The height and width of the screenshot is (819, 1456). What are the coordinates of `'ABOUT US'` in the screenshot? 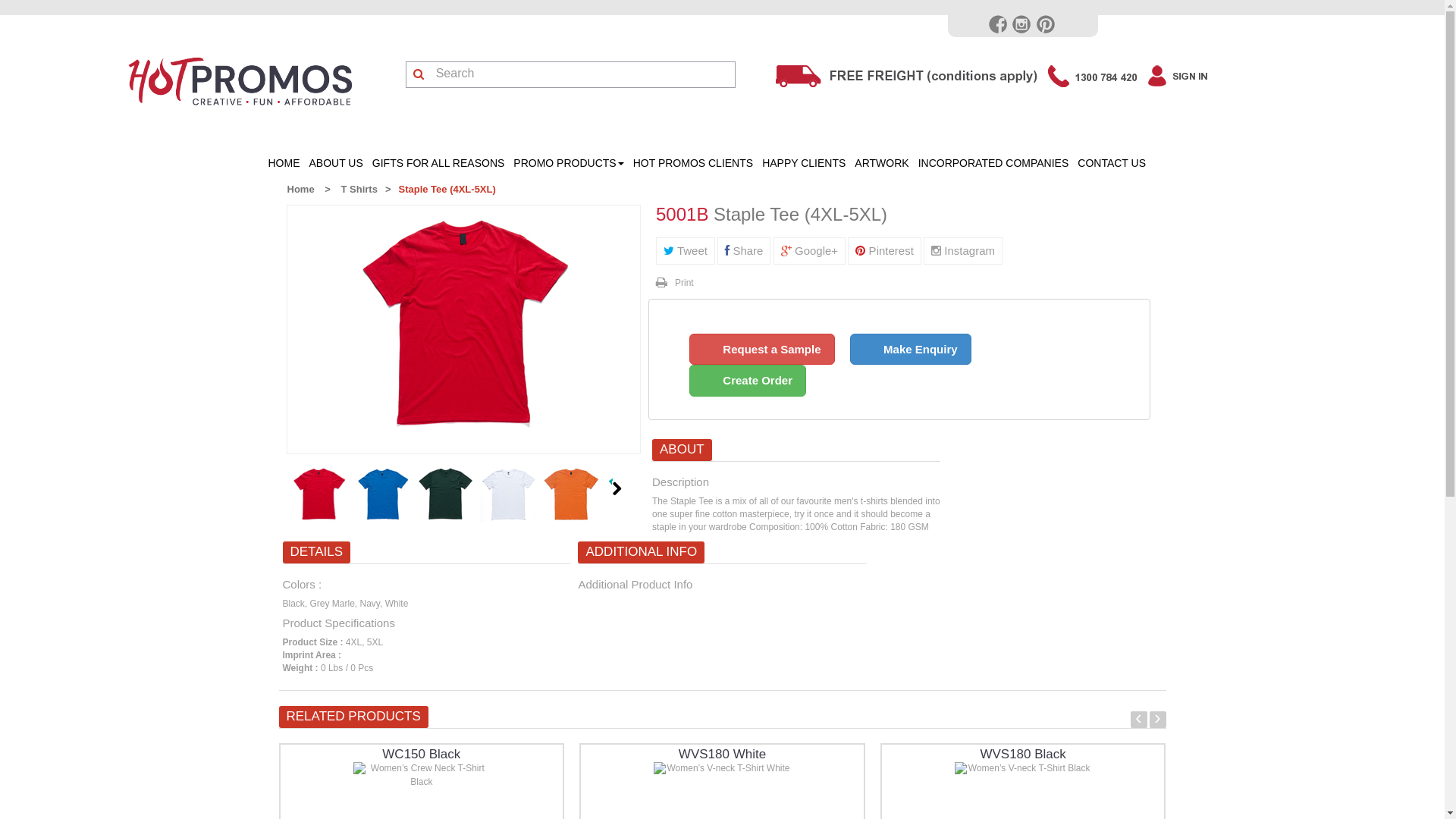 It's located at (335, 163).